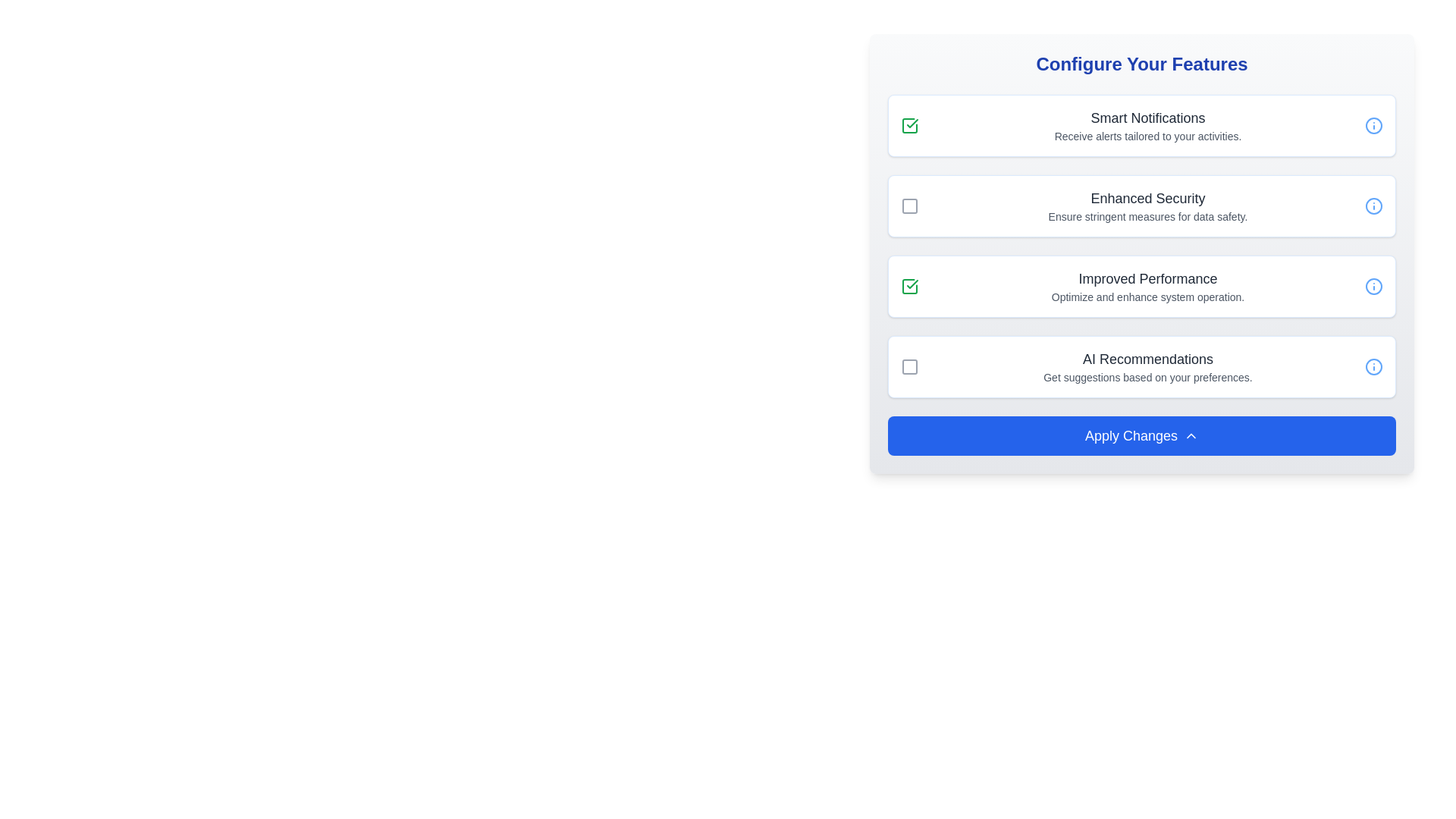 The image size is (1456, 819). I want to click on the Information Icon located in the 'Enhanced Security' section of the 'Configure Your Features' interface, so click(1373, 206).